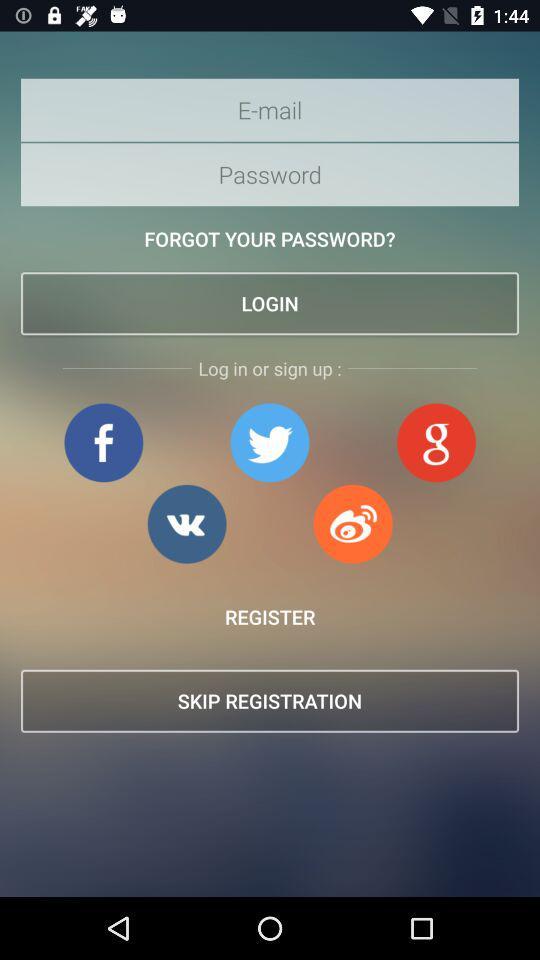 The image size is (540, 960). What do you see at coordinates (270, 239) in the screenshot?
I see `the forgot your password? item` at bounding box center [270, 239].